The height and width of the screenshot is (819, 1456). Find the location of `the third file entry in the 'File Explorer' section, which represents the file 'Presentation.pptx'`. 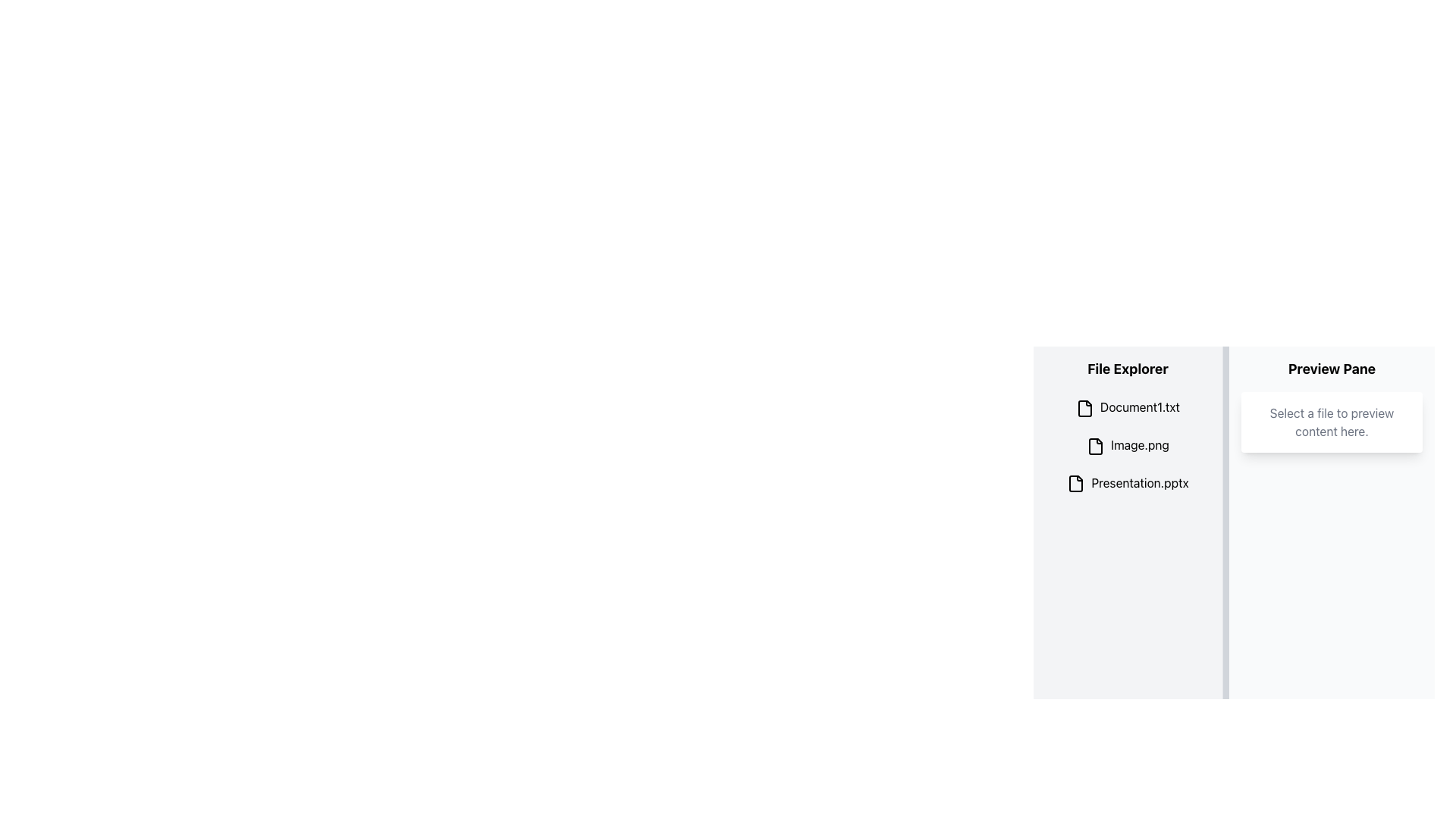

the third file entry in the 'File Explorer' section, which represents the file 'Presentation.pptx' is located at coordinates (1128, 483).